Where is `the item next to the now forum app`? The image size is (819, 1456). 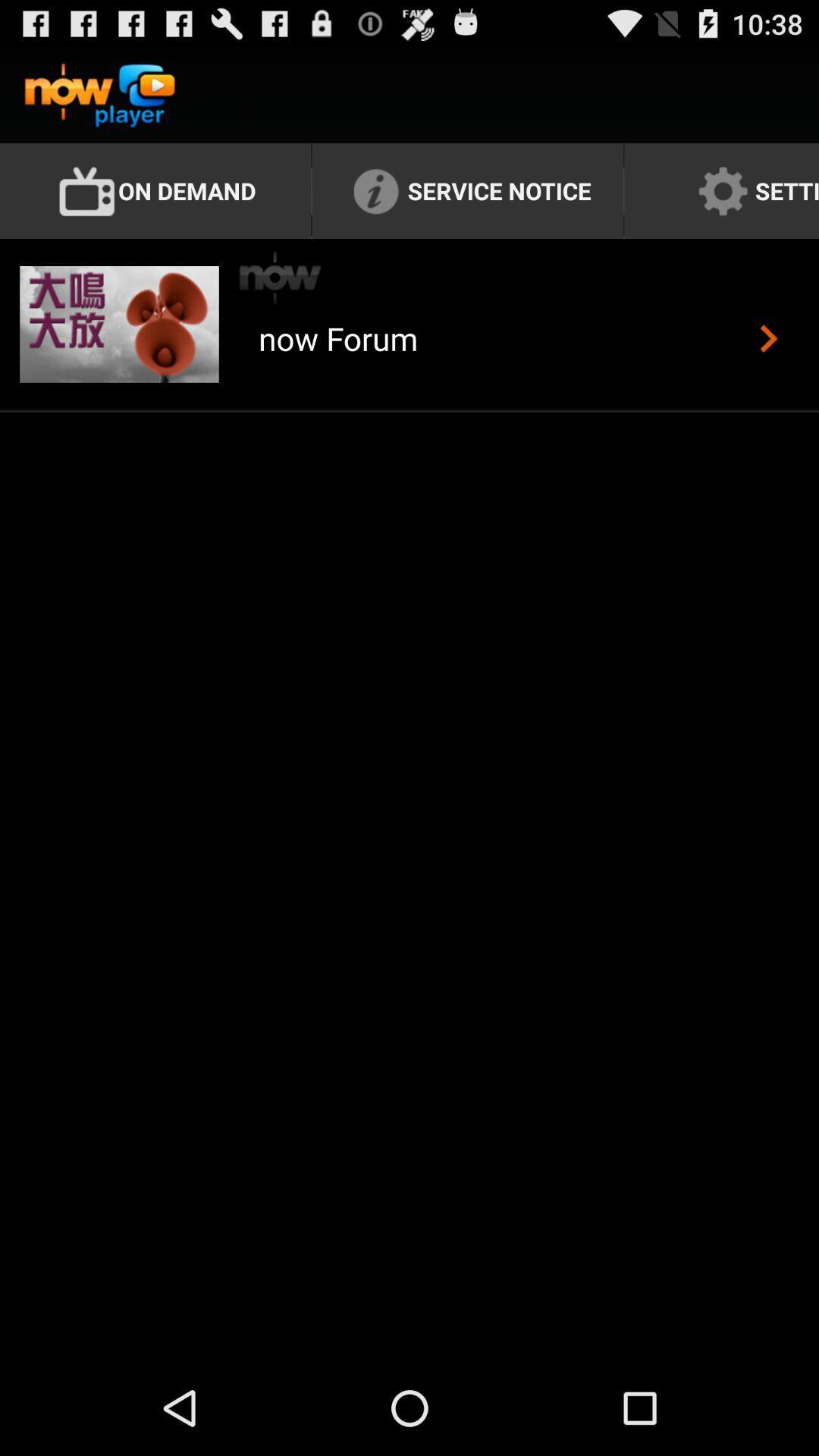
the item next to the now forum app is located at coordinates (769, 337).